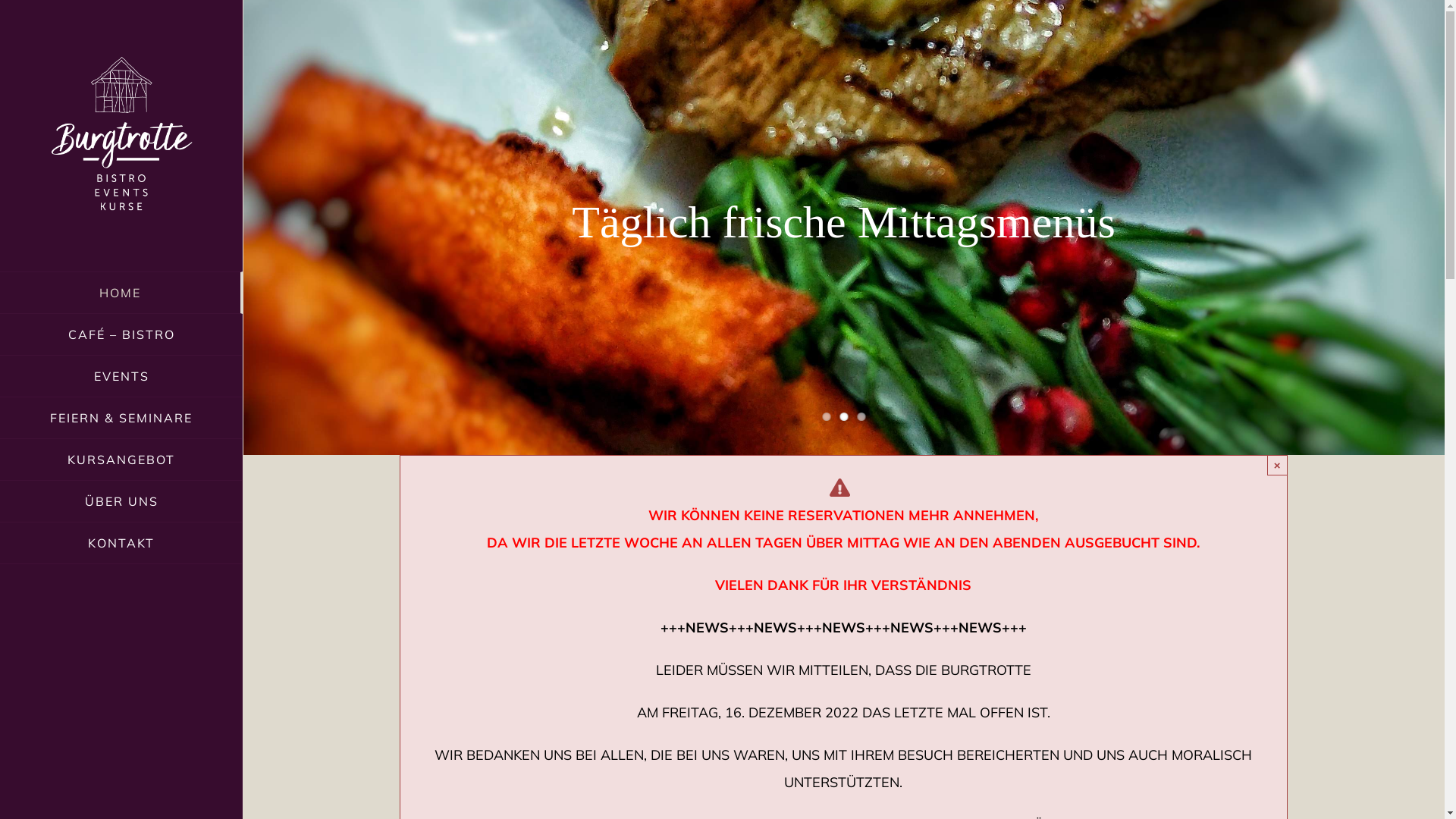 The image size is (1456, 819). I want to click on 'EVENTS', so click(120, 375).